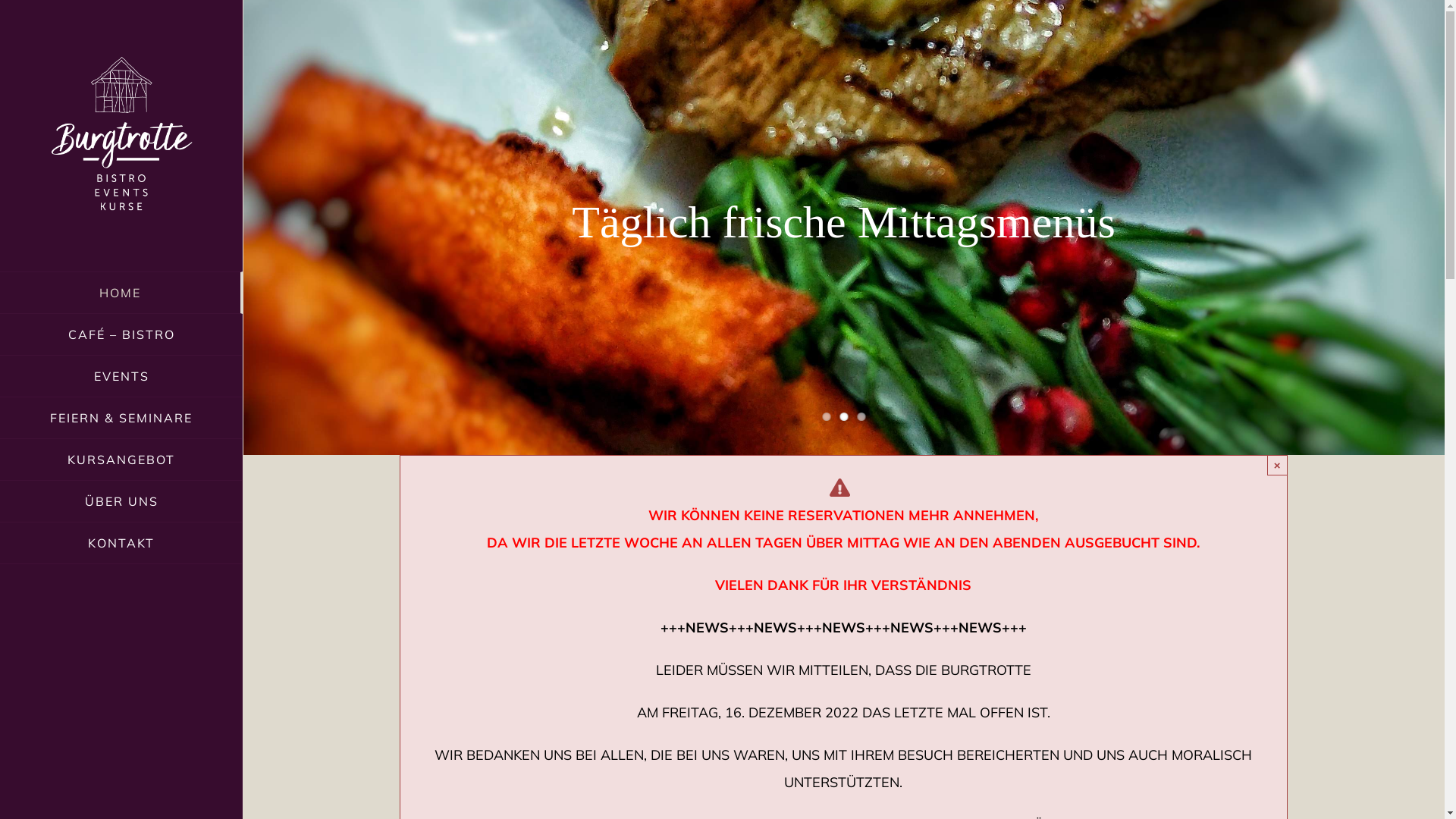 The image size is (1456, 819). I want to click on 'EVENTS', so click(120, 375).